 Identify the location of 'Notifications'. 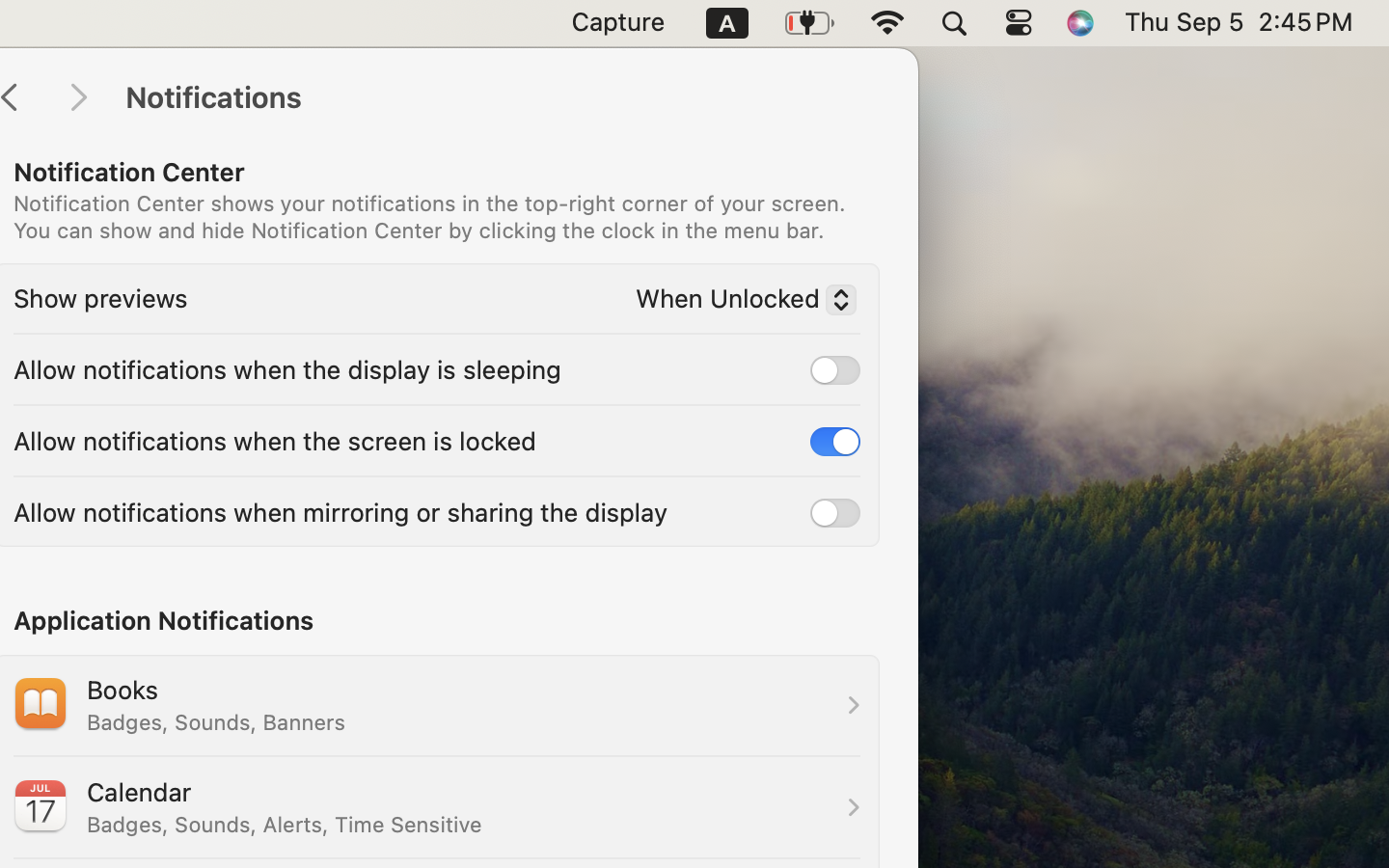
(500, 96).